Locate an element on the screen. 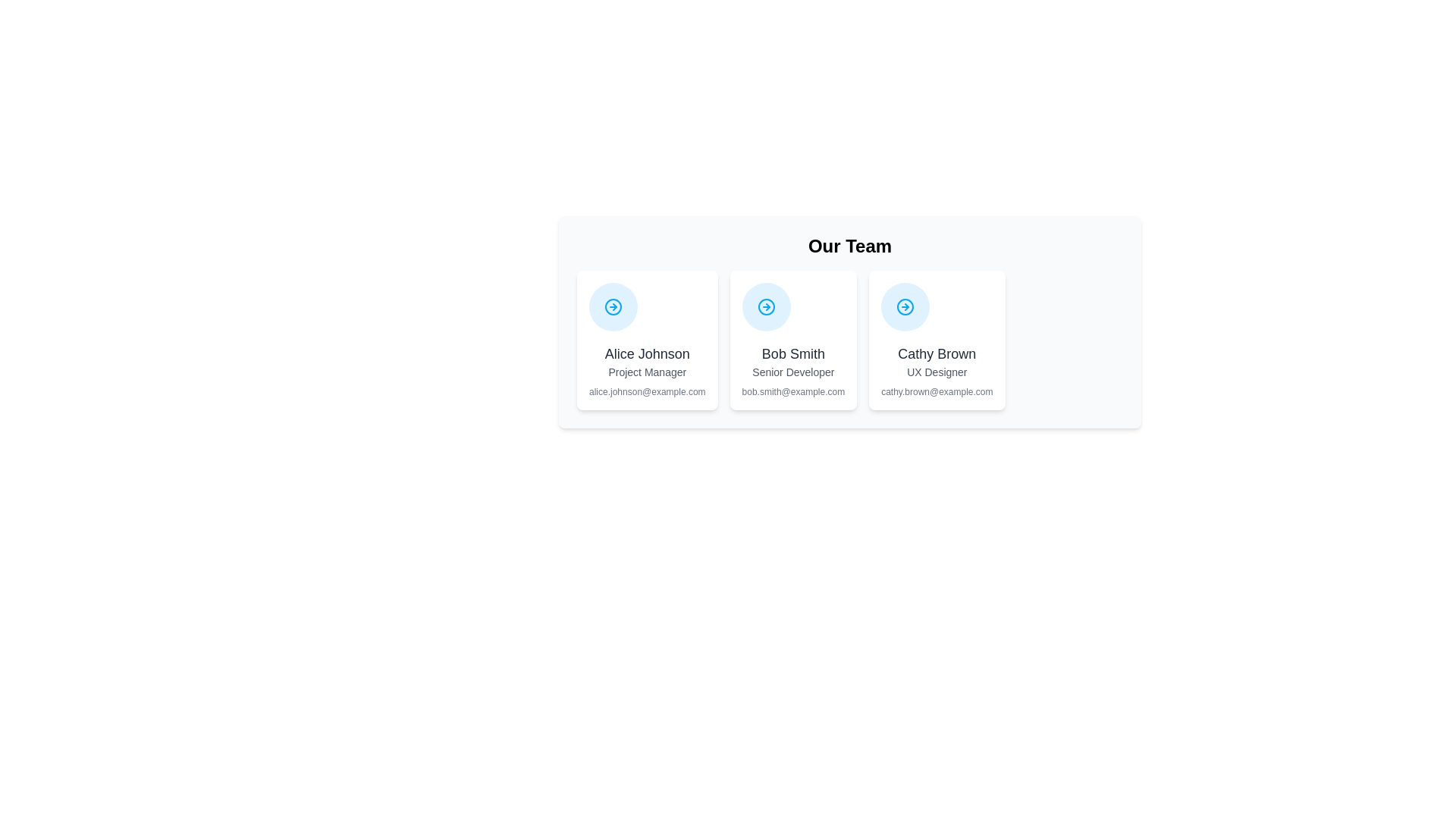 Image resolution: width=1456 pixels, height=819 pixels. the profile card of Cathy Brown, which is the third card in the 'Our Team' section is located at coordinates (936, 339).